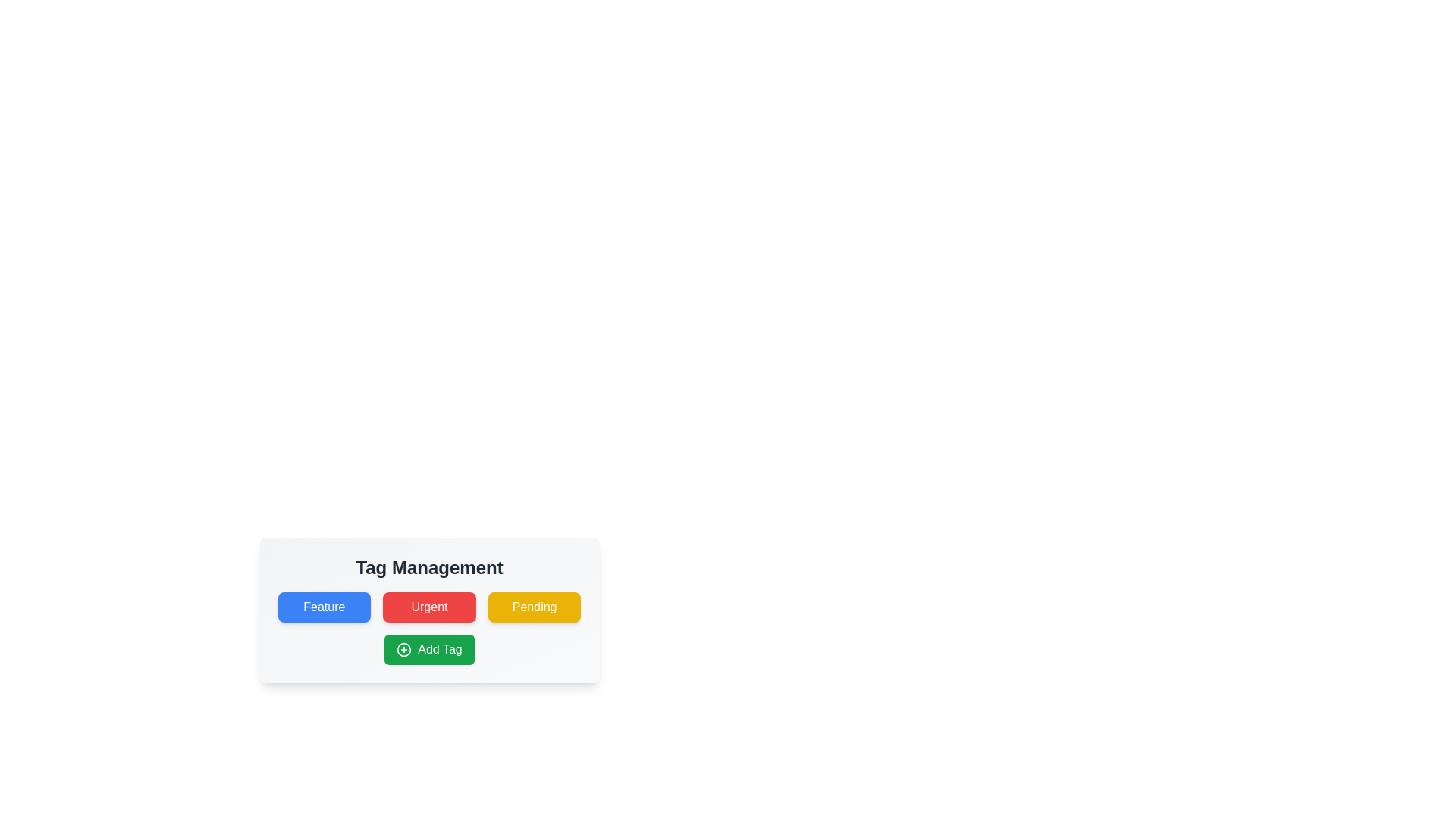 The height and width of the screenshot is (819, 1456). What do you see at coordinates (535, 607) in the screenshot?
I see `the tag labeled Pending to observe its hover effect` at bounding box center [535, 607].